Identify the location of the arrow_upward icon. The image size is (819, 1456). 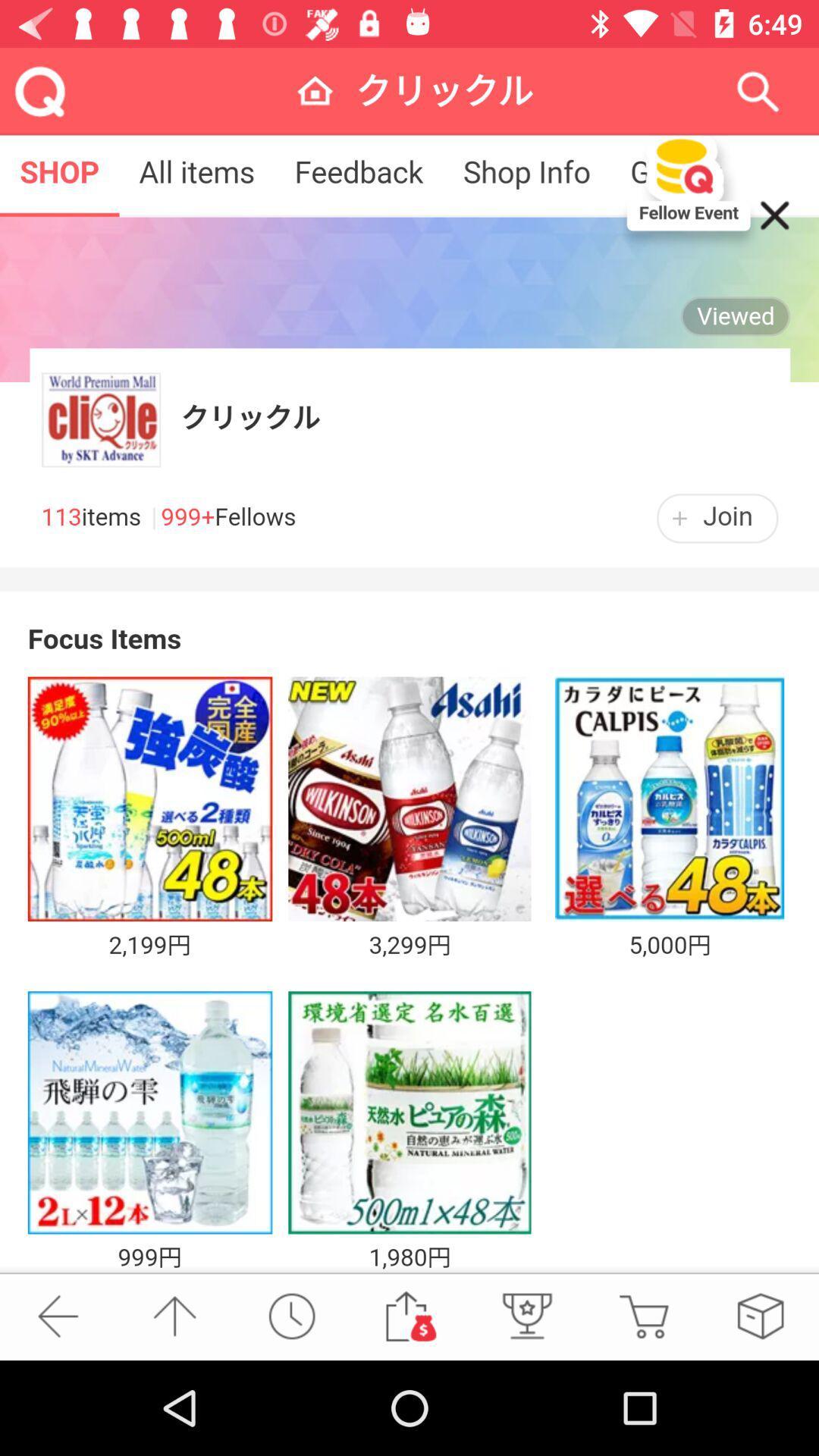
(174, 1315).